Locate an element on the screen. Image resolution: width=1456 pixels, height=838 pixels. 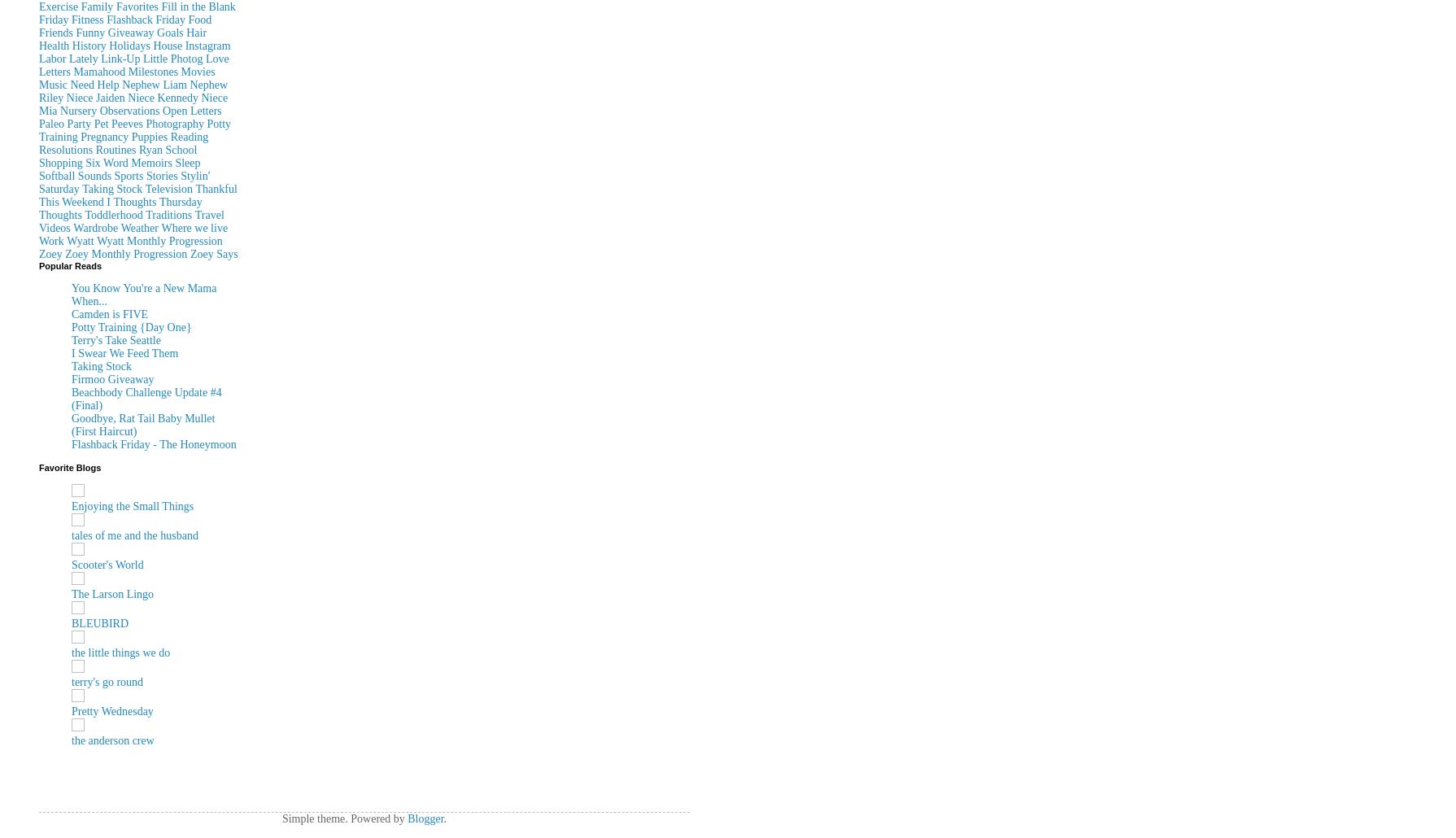
'Labor' is located at coordinates (38, 59).